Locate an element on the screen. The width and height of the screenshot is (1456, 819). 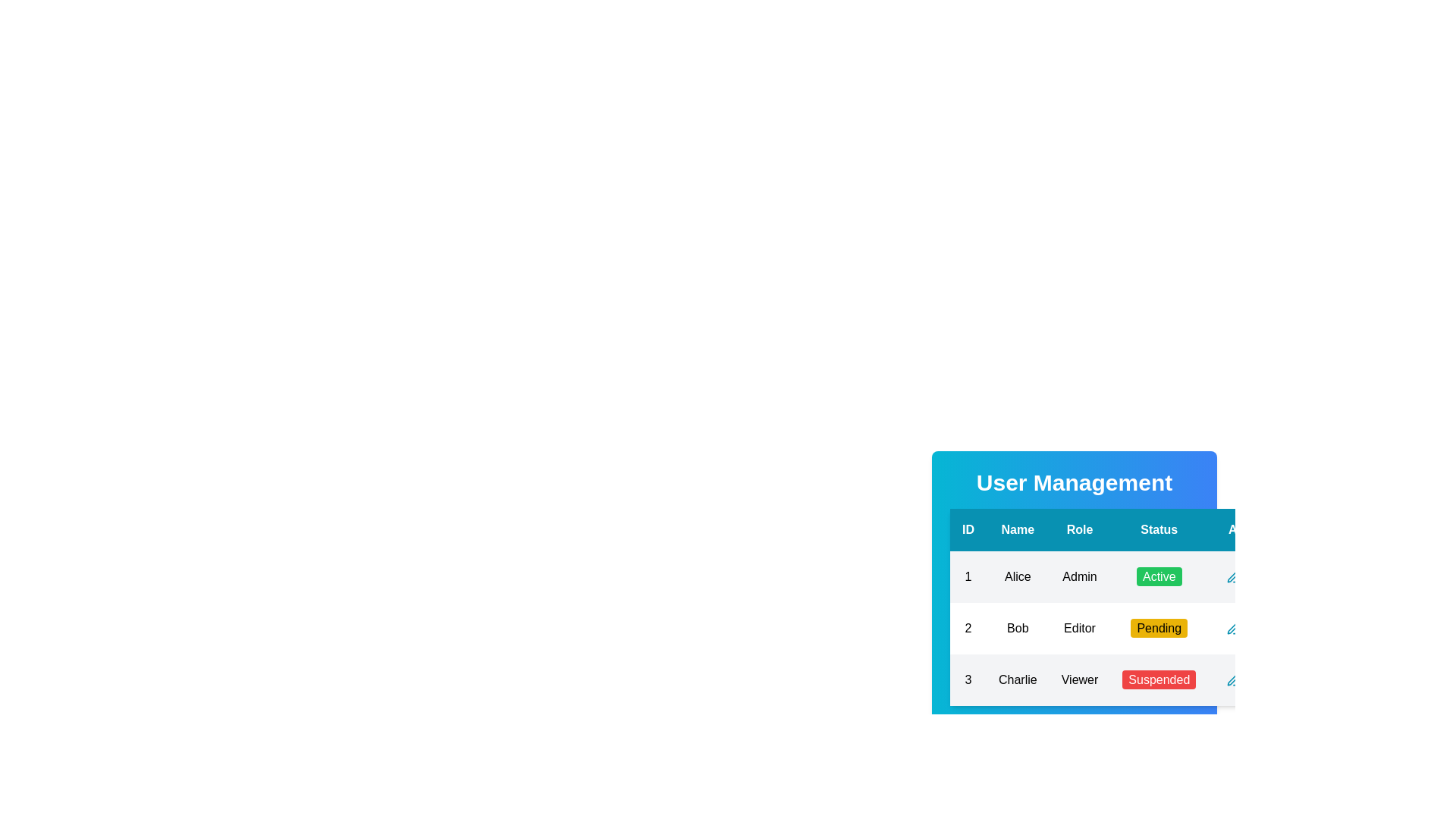
the text label displaying the name 'Charlie', which is located in the third row of the table under the 'Name' column is located at coordinates (1018, 679).